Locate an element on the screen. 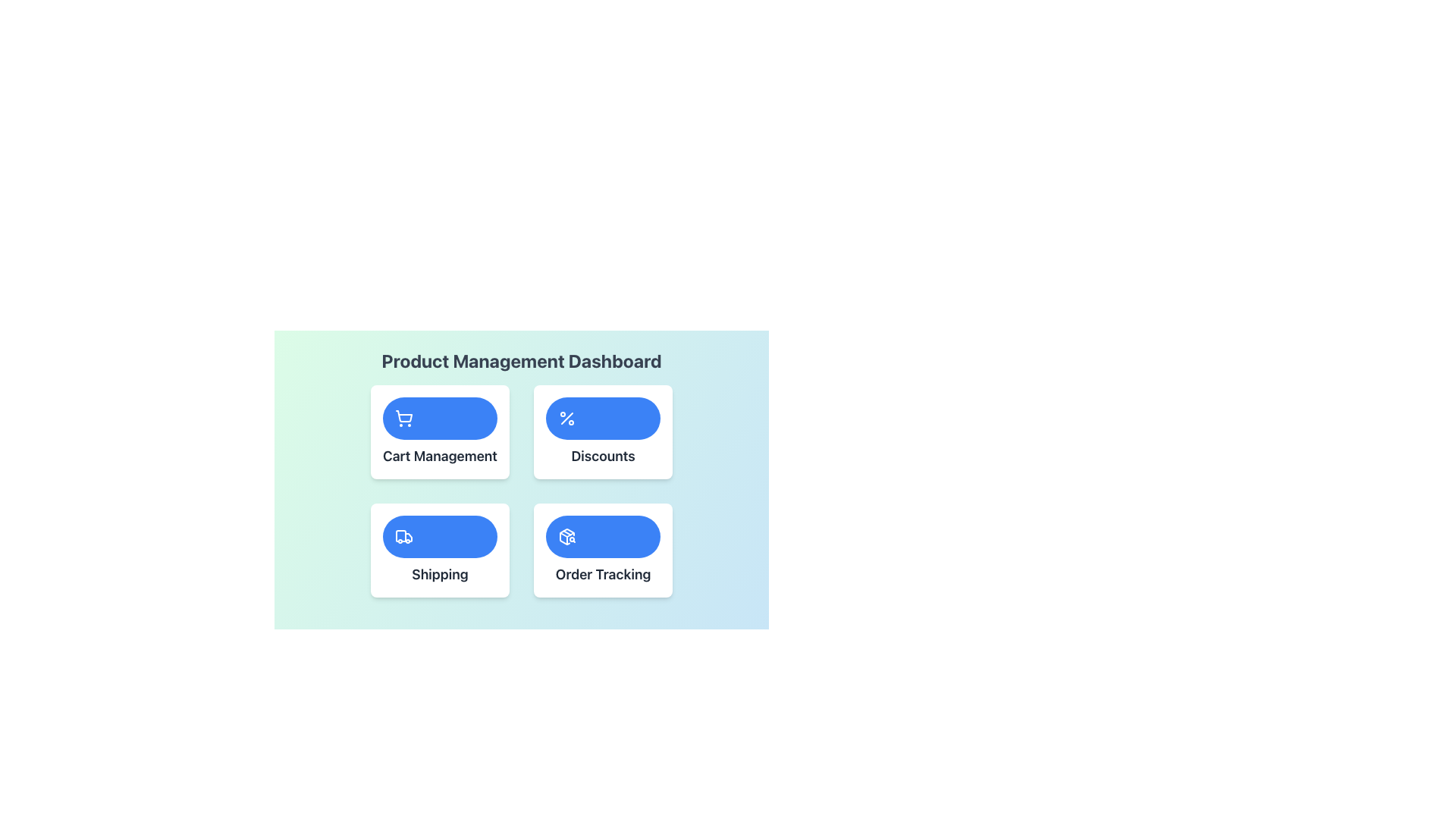 Image resolution: width=1456 pixels, height=819 pixels. the SVG truck icon representing 'Shipping' located in the bottom-left section of the button grid is located at coordinates (403, 536).